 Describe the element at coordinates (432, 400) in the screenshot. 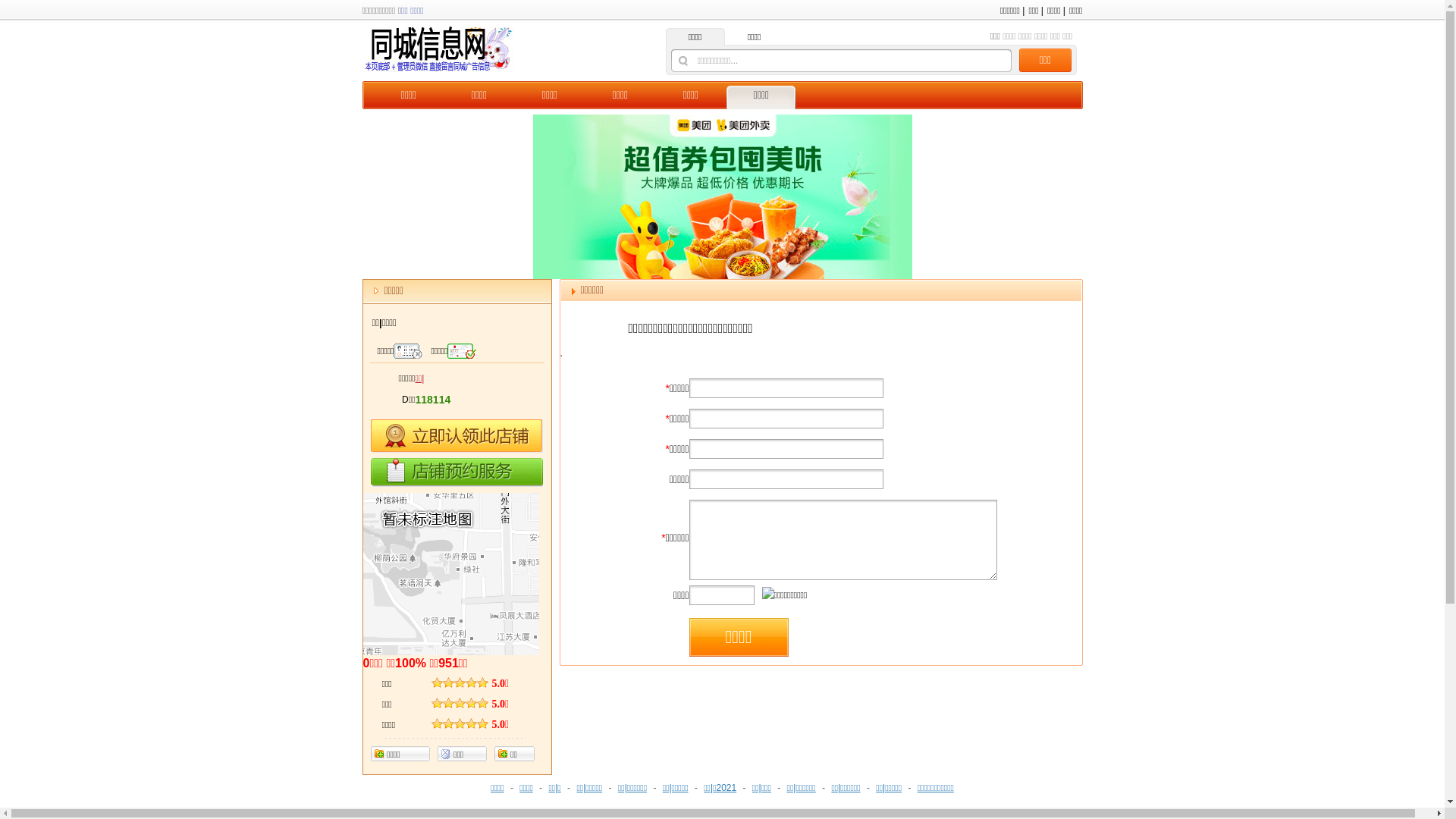

I see `'118114'` at that location.